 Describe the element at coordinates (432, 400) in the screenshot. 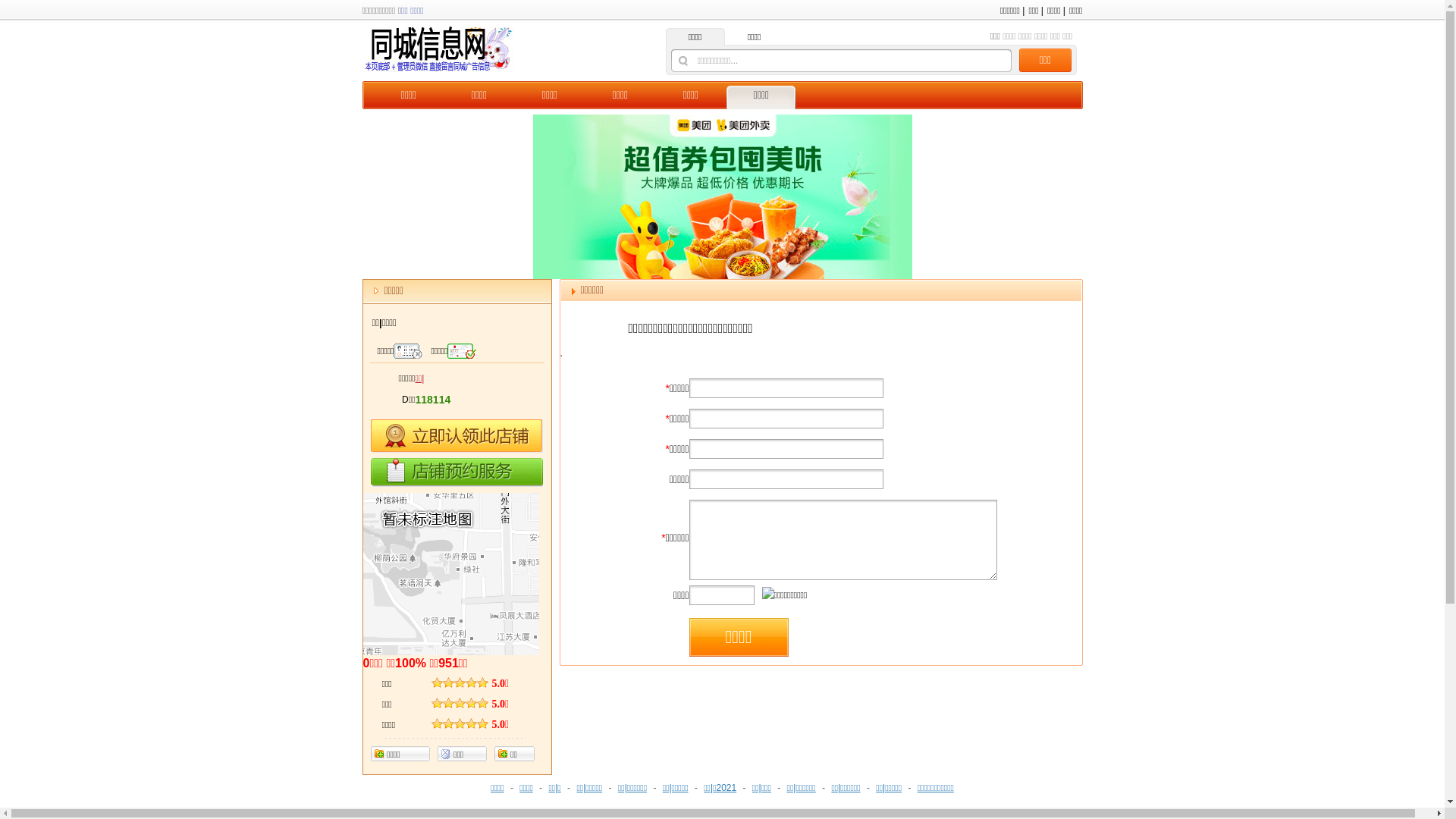

I see `'118114'` at that location.